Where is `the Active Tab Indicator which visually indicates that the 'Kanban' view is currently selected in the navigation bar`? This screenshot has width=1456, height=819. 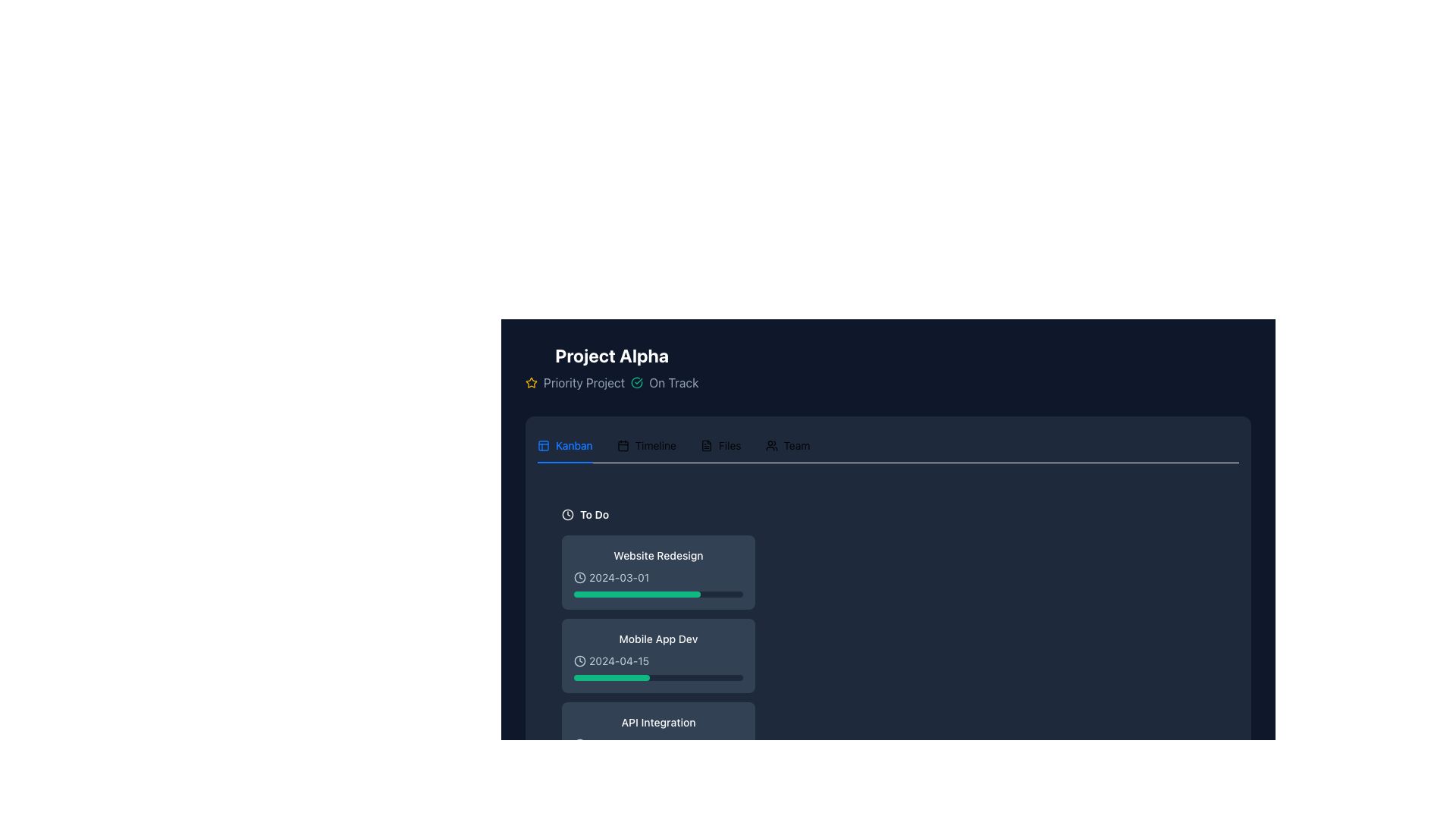
the Active Tab Indicator which visually indicates that the 'Kanban' view is currently selected in the navigation bar is located at coordinates (564, 461).